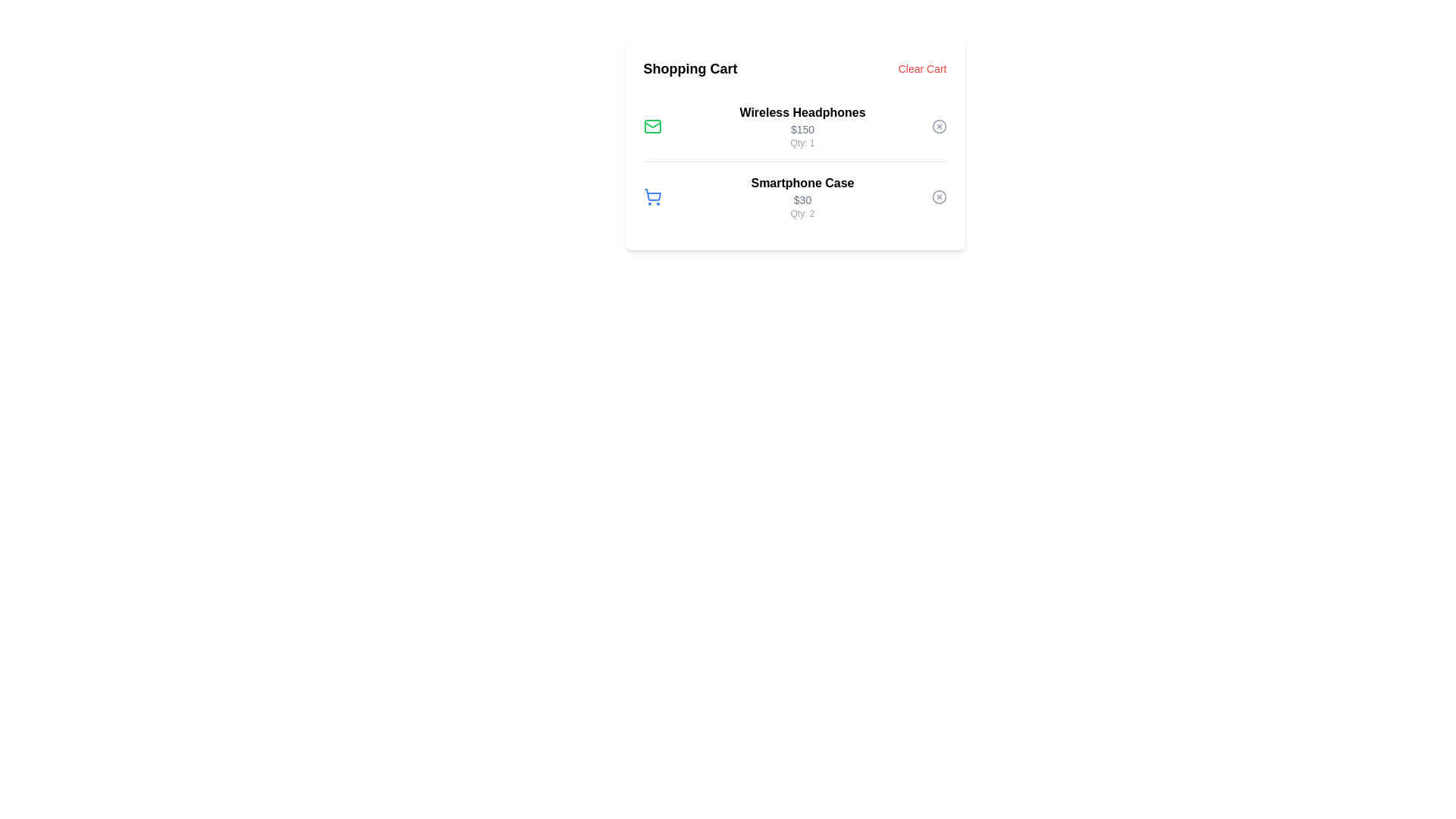 The height and width of the screenshot is (819, 1456). What do you see at coordinates (802, 199) in the screenshot?
I see `the text label displaying the price "$30", which is located below the text "Smartphone Case" and above "Qty: 2" in the shopping cart interface` at bounding box center [802, 199].